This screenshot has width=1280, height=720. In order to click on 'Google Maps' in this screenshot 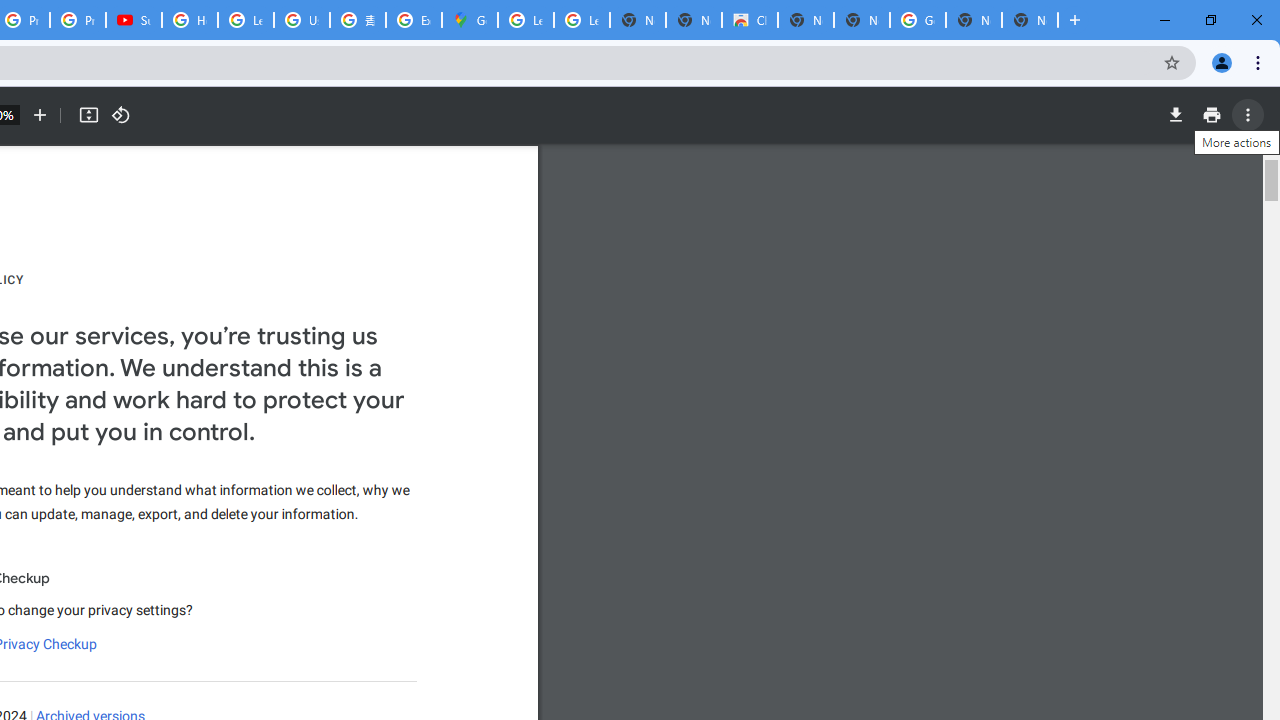, I will do `click(468, 20)`.